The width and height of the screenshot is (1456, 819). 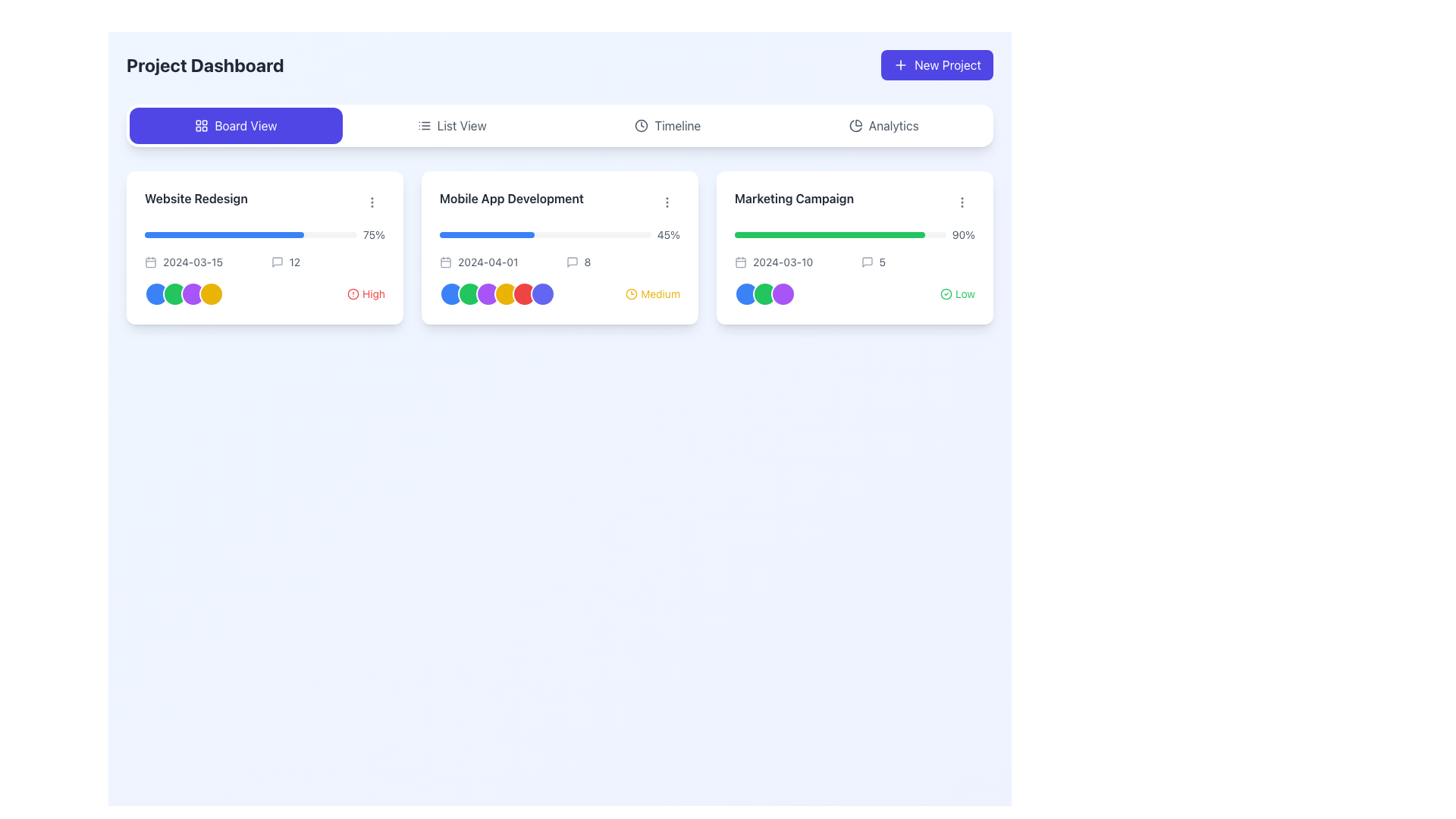 I want to click on the fourth circular visual marker with a yellow background and white border, located below the progress bar and date label of the 'Website Redesign' card in the dashboard, so click(x=210, y=294).